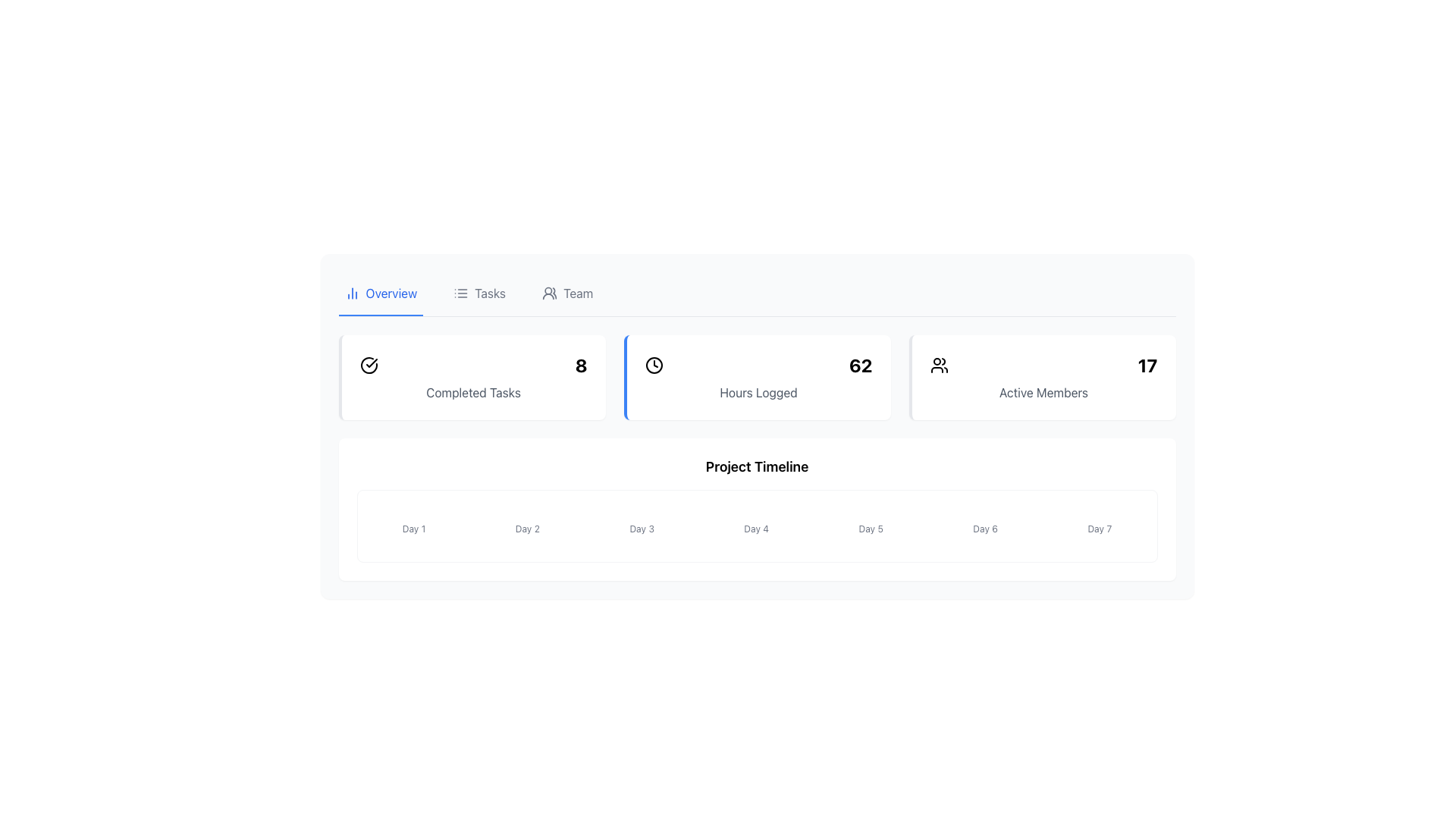 This screenshot has width=1456, height=819. Describe the element at coordinates (642, 526) in the screenshot. I see `the 'Day 3' text in the vertically aligned label and indicator combination for potential interaction` at that location.